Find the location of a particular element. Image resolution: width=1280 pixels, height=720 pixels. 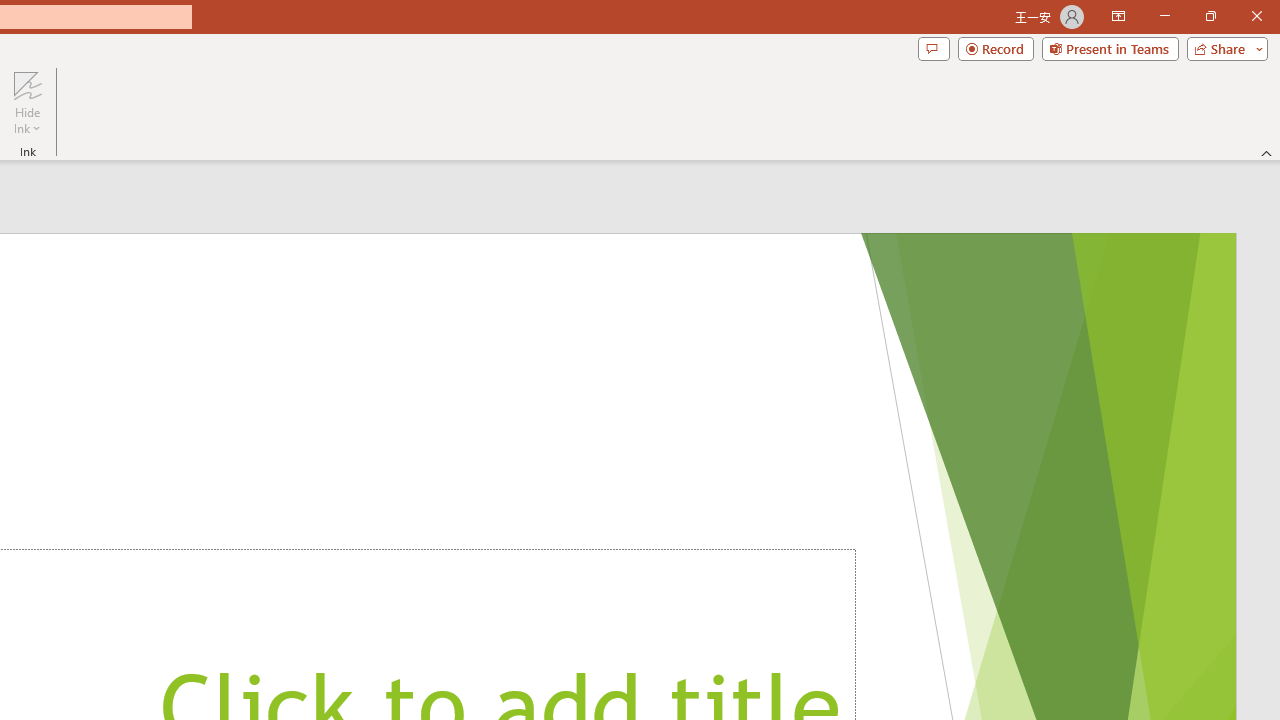

'Hide Ink' is located at coordinates (27, 84).